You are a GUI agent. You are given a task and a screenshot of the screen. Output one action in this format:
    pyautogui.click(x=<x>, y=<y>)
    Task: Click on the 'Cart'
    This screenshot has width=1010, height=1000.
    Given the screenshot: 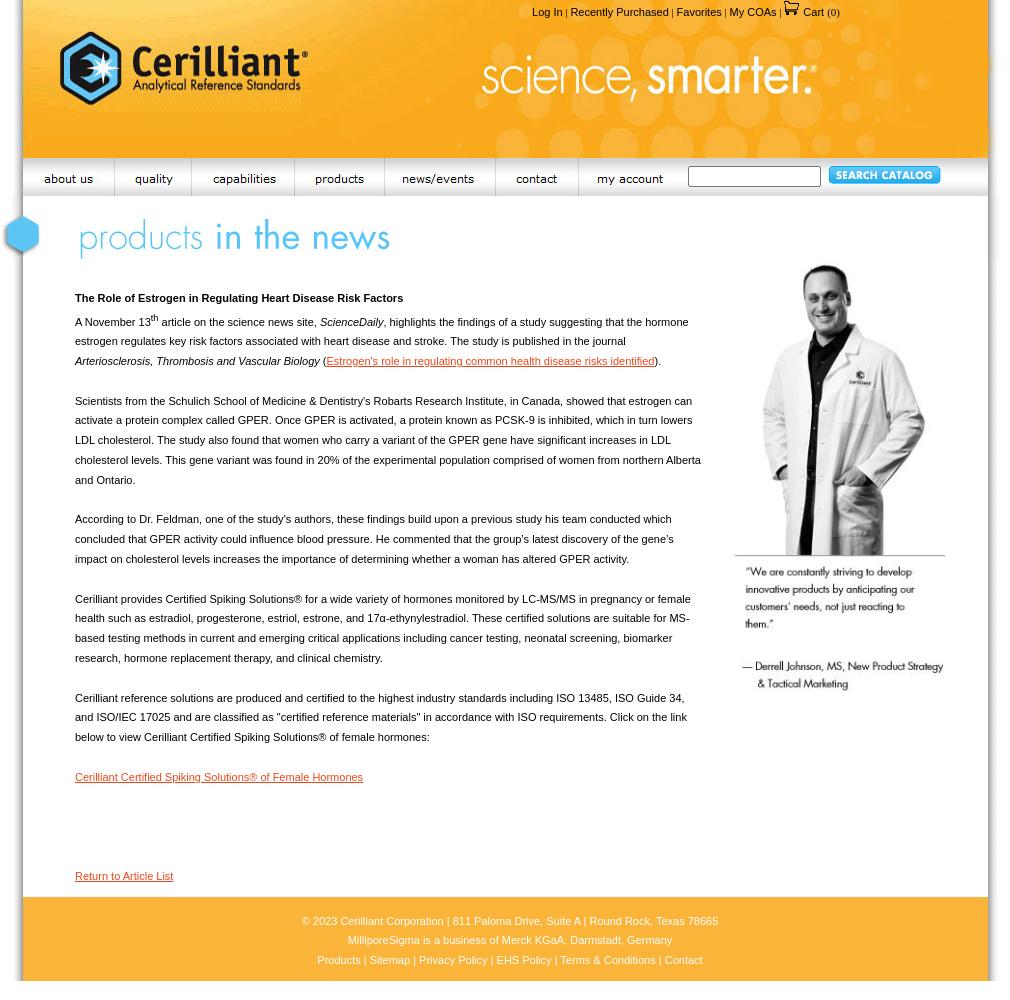 What is the action you would take?
    pyautogui.click(x=800, y=12)
    